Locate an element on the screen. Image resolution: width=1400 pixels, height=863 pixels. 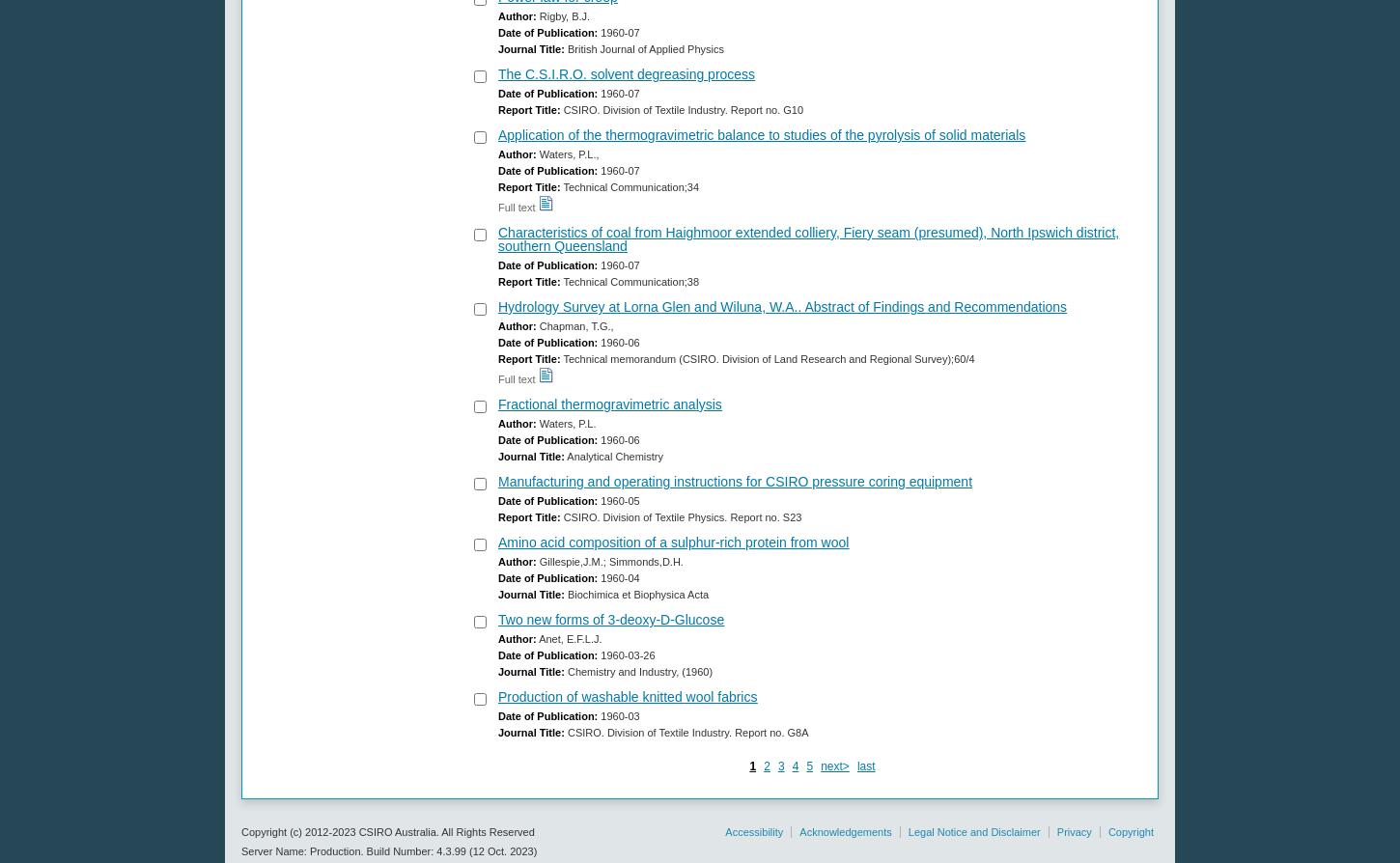
'2' is located at coordinates (767, 765).